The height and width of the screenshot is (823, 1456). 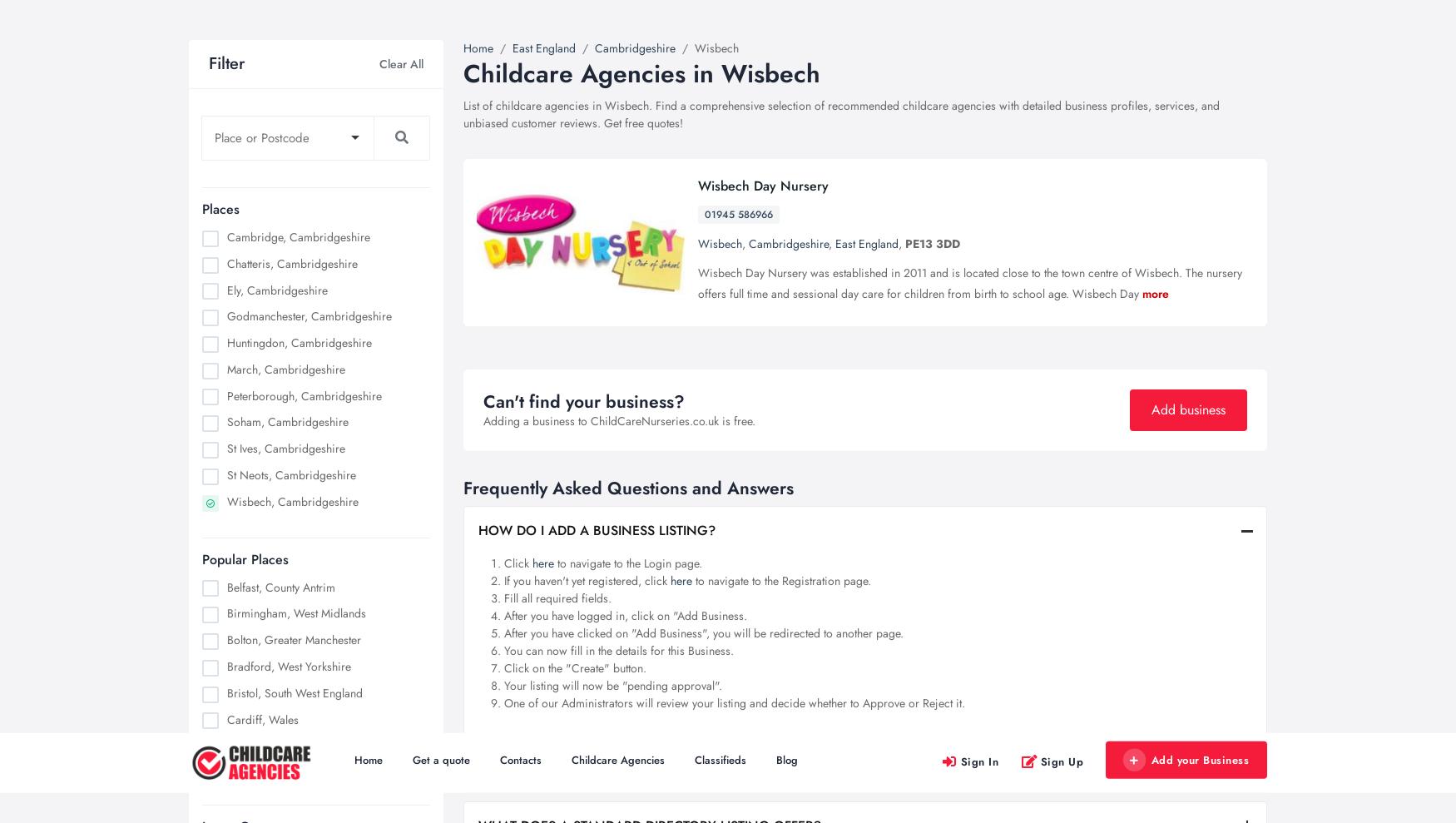 What do you see at coordinates (292, 179) in the screenshot?
I see `'AFTER SCHOOL CARE THURSDAYS'` at bounding box center [292, 179].